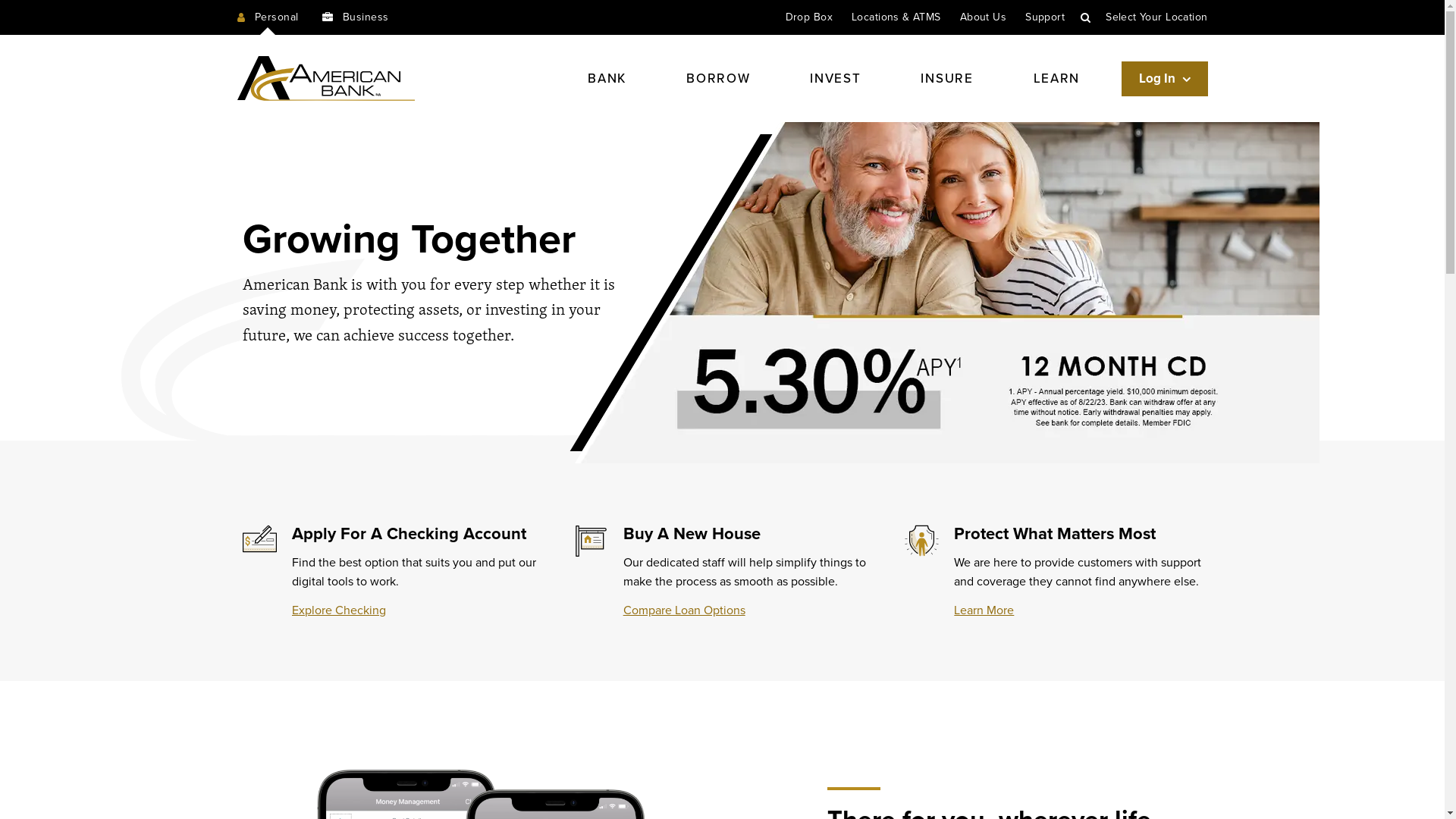 Image resolution: width=1456 pixels, height=819 pixels. Describe the element at coordinates (984, 610) in the screenshot. I see `'Learn More` at that location.